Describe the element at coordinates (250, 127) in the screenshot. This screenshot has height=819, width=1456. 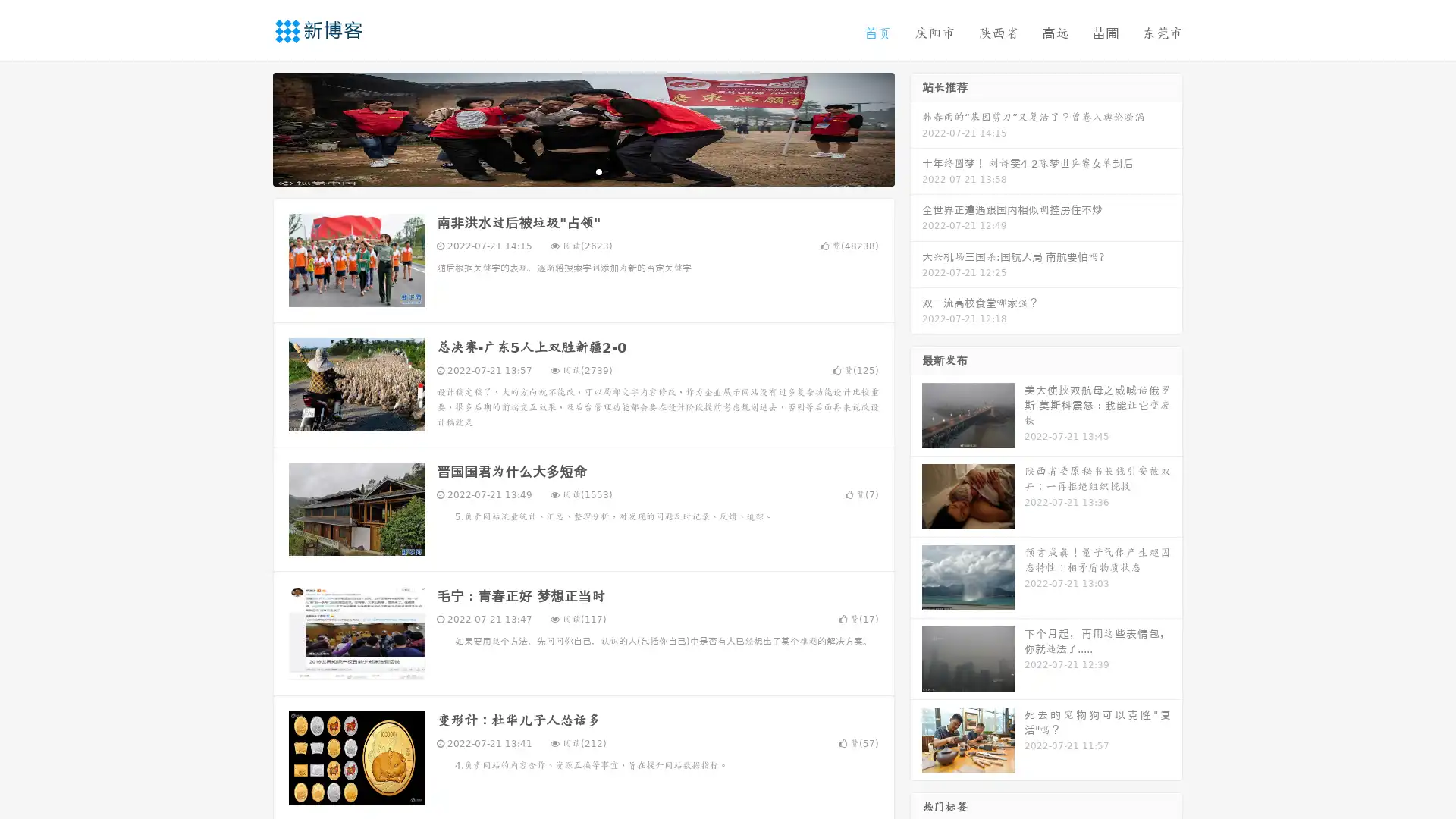
I see `Previous slide` at that location.